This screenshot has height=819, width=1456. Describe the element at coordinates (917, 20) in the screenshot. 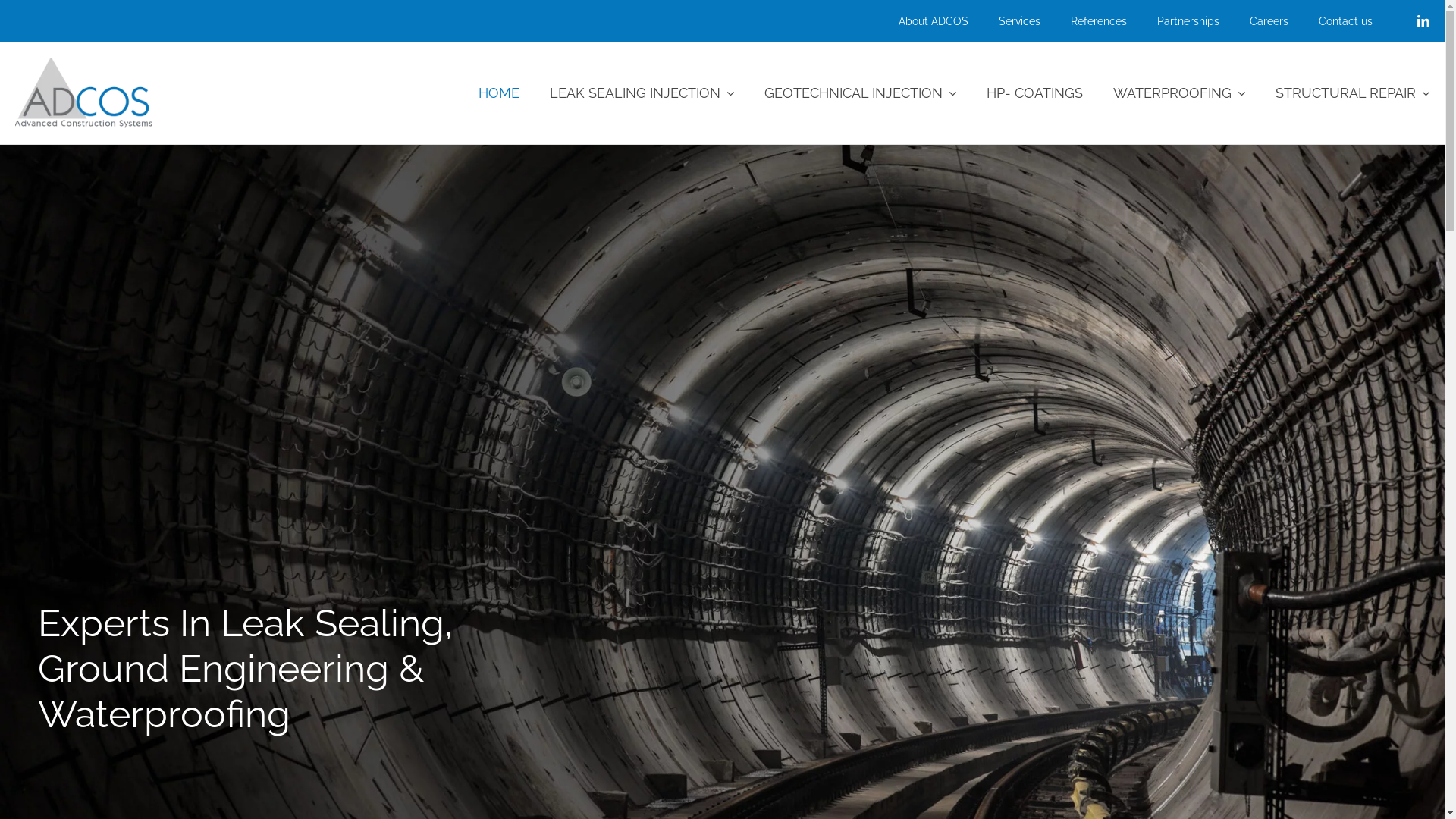

I see `'About ADCOS'` at that location.